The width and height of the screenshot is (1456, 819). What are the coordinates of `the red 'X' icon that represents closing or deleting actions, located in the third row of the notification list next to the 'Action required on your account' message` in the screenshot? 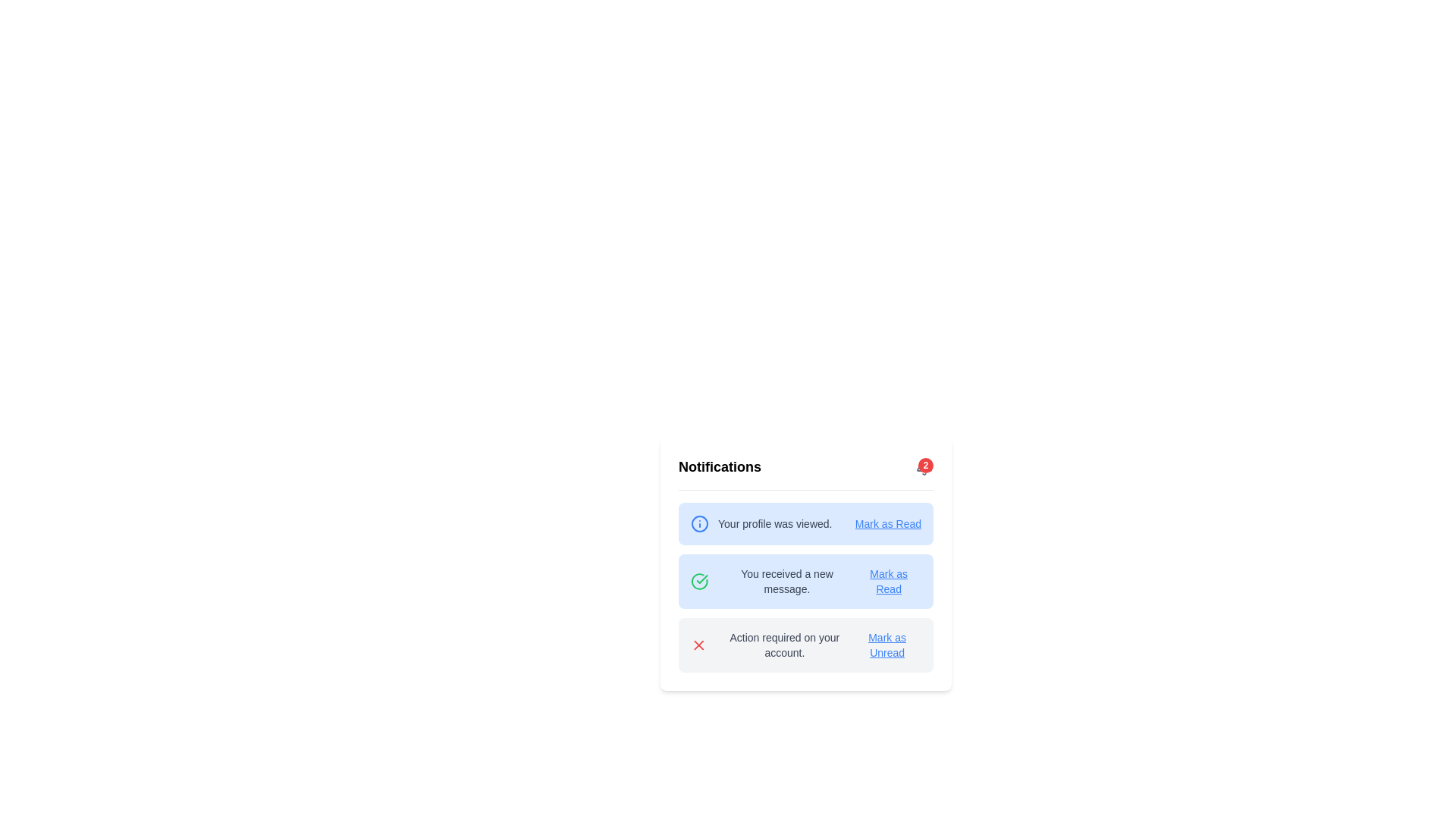 It's located at (698, 645).